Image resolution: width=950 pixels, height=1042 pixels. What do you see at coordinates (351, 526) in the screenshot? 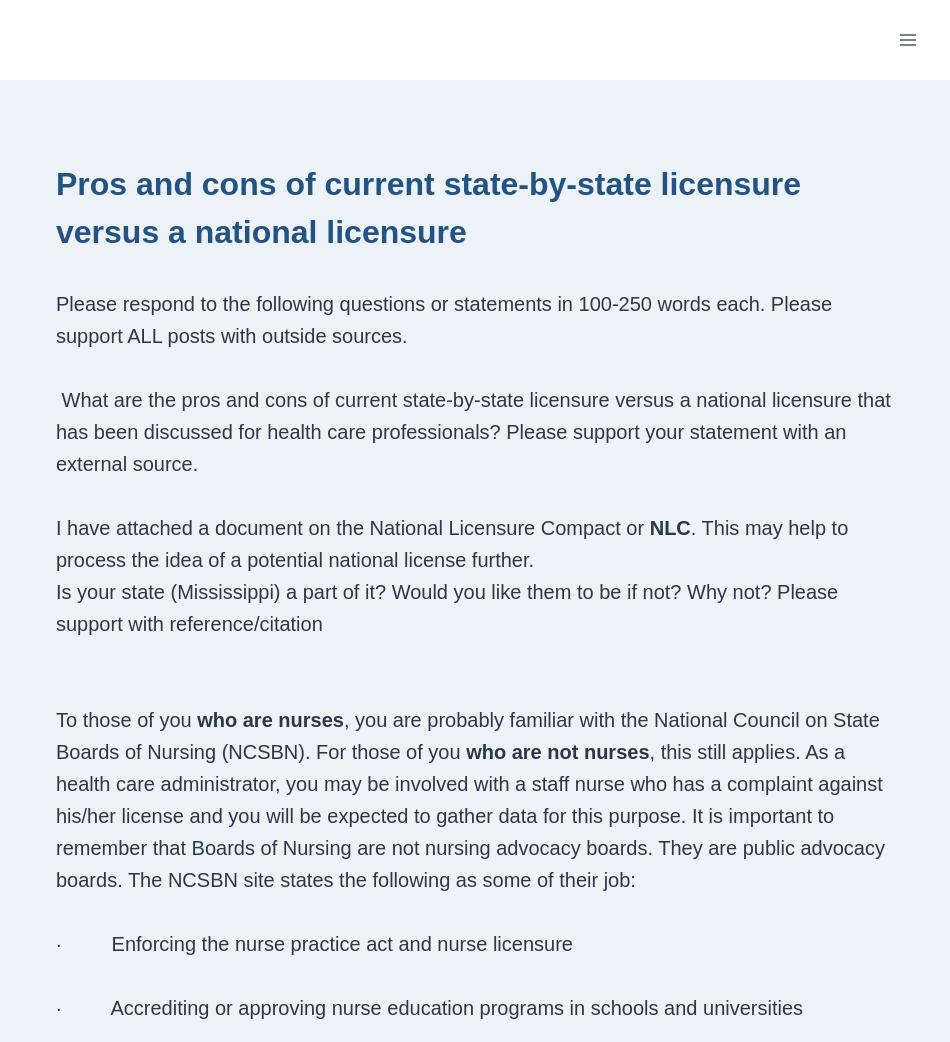
I see `'I have attached a document on the National Licensure Compact or'` at bounding box center [351, 526].